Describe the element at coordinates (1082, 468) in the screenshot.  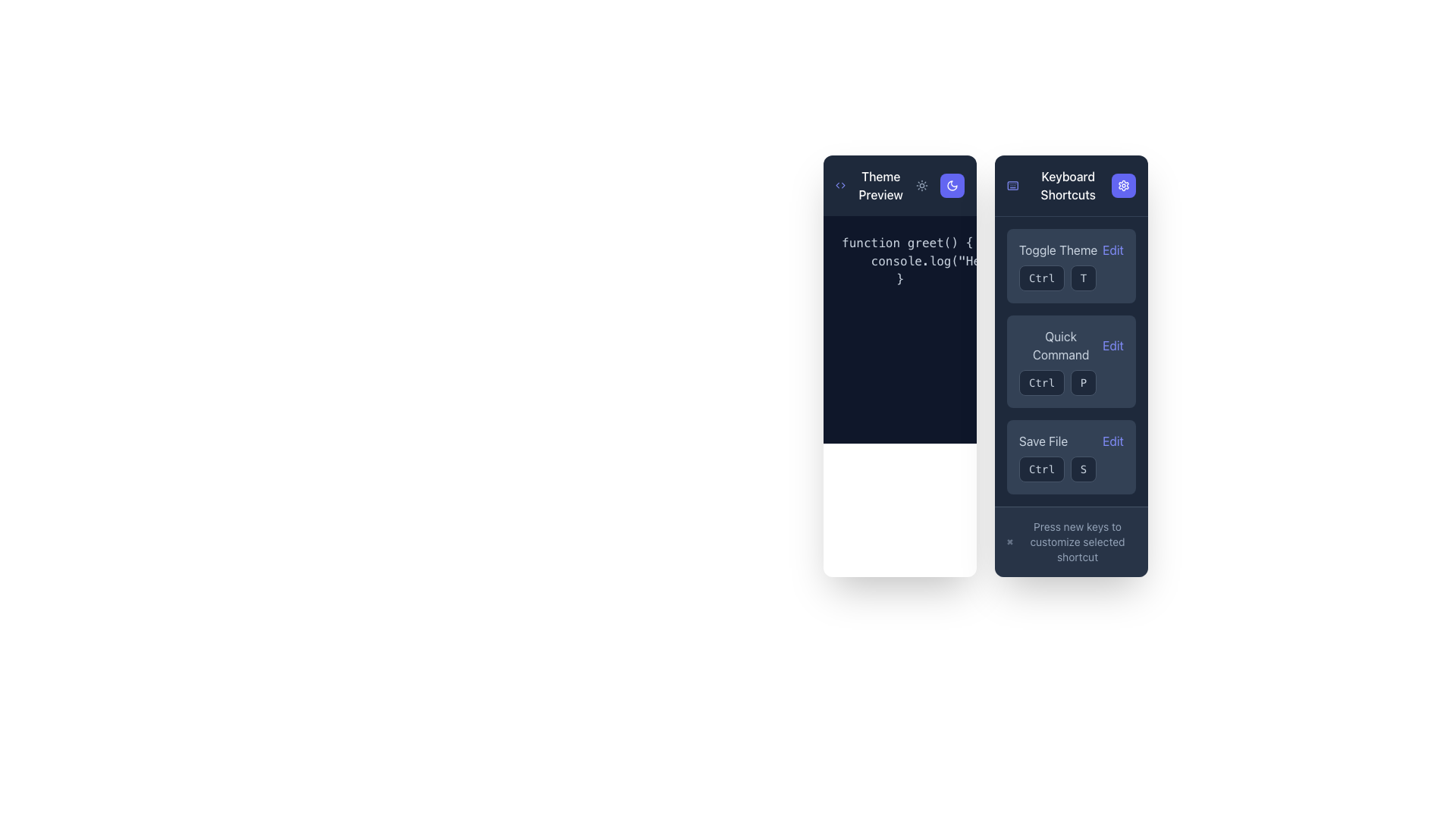
I see `the rounded rectangular button labeled 'S' with a dark slate background and light slate text, located in the bottom-right portion of the keyboard shortcuts list` at that location.